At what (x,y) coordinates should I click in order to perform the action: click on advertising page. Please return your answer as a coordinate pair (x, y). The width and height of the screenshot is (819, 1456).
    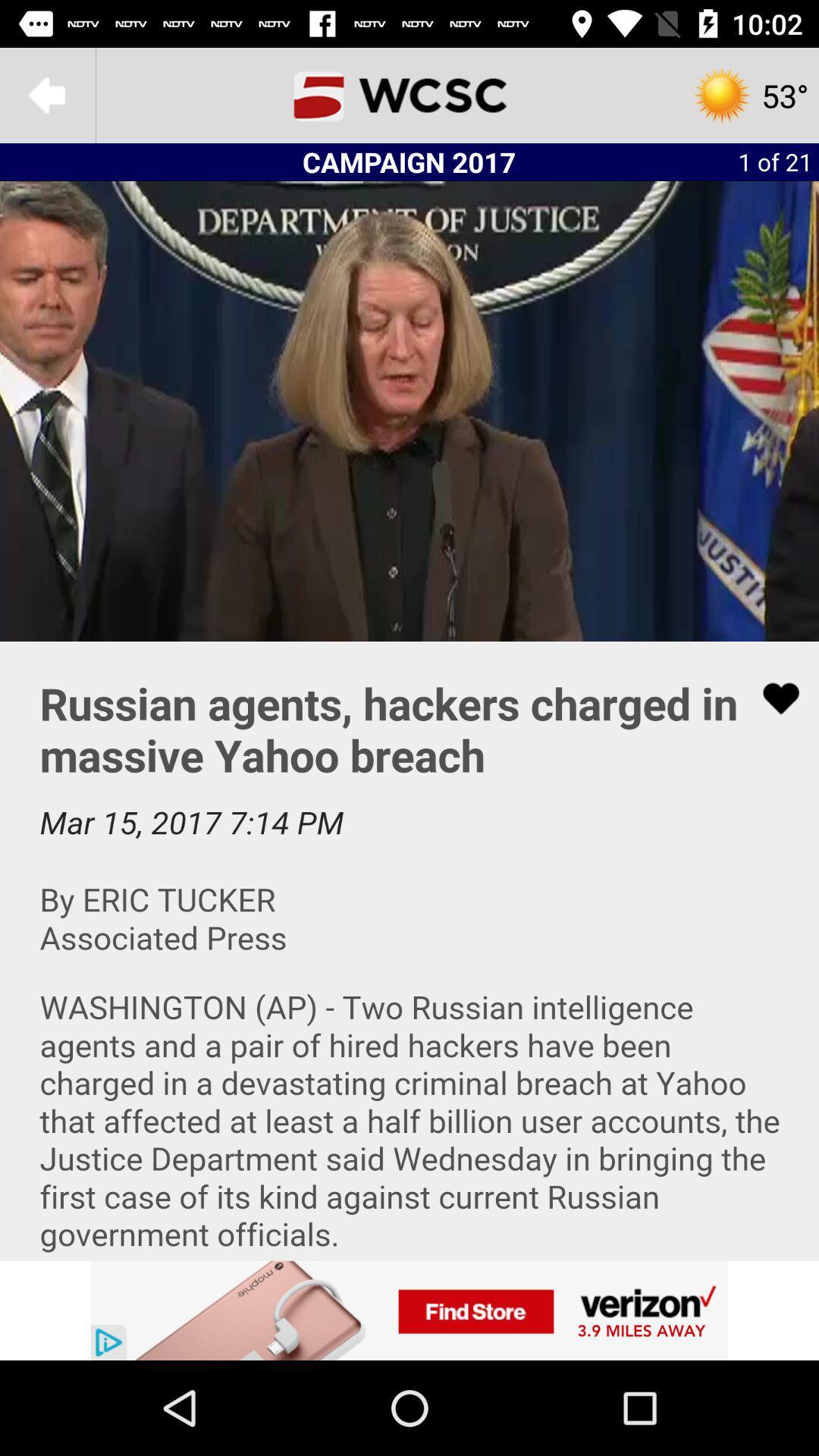
    Looking at the image, I should click on (409, 1310).